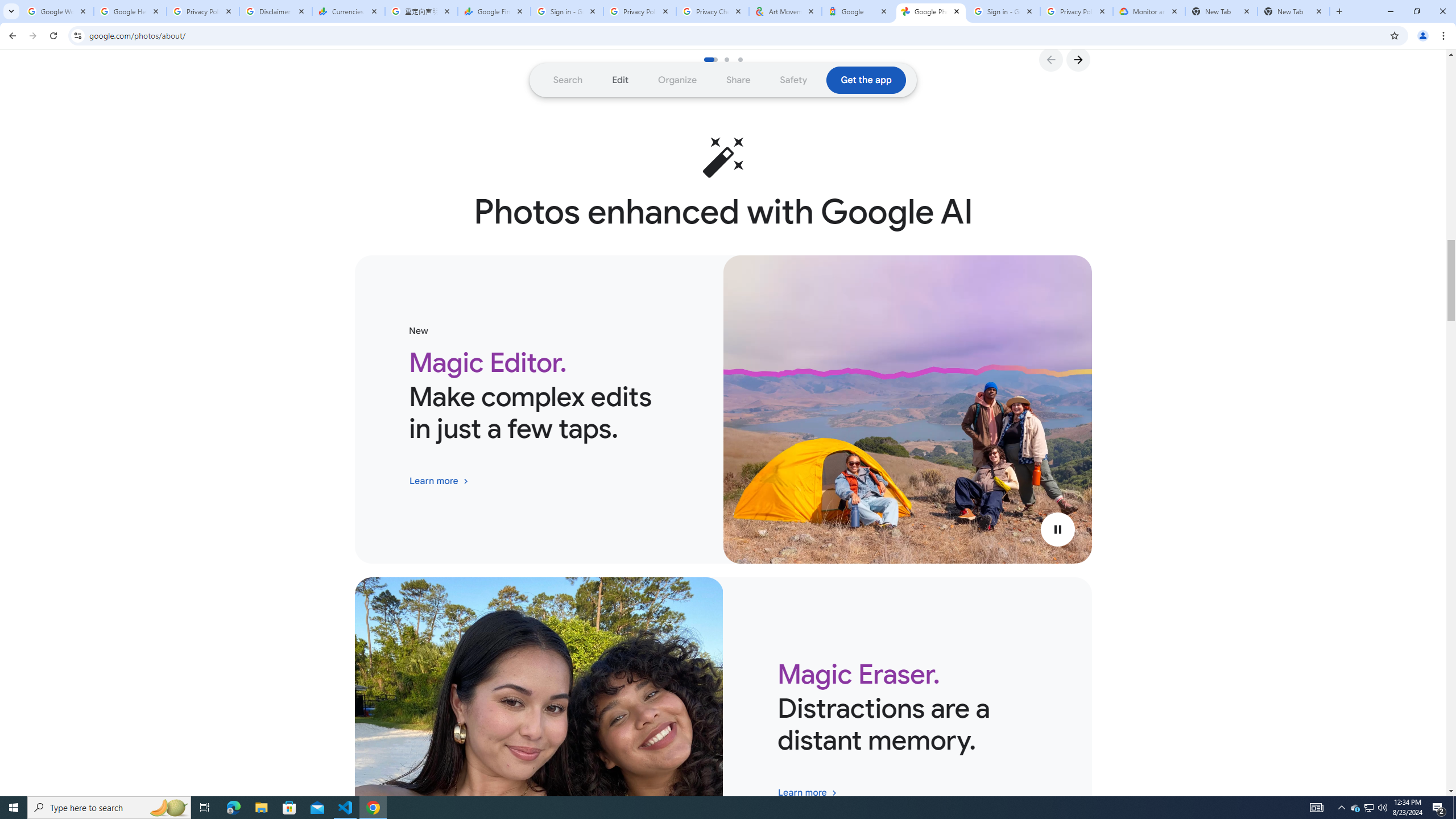  Describe the element at coordinates (806, 792) in the screenshot. I see `'Explore the Magic Eraser feature in Google Photos'` at that location.